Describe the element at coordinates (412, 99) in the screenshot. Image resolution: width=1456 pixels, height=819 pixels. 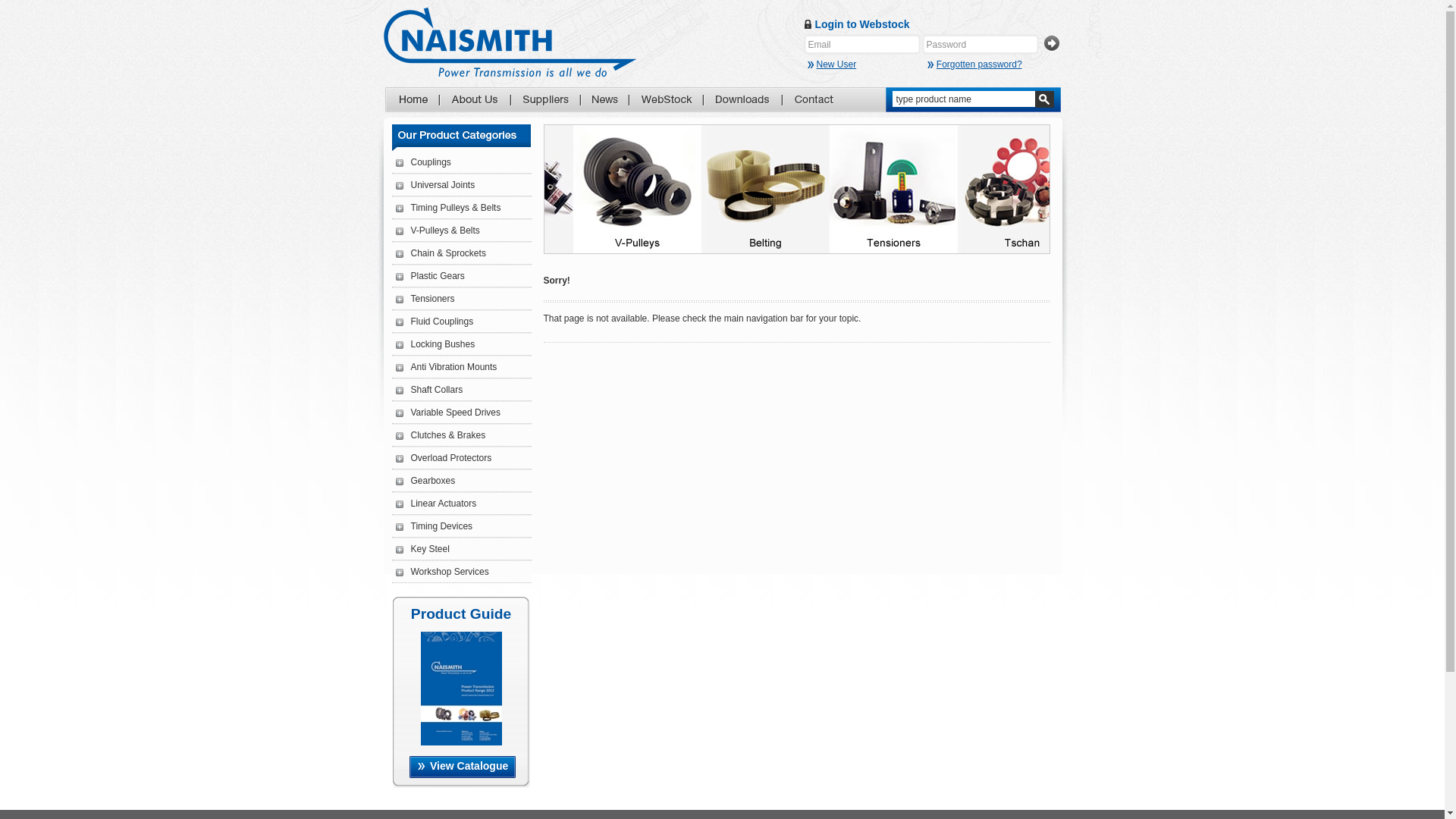
I see `'Home'` at that location.